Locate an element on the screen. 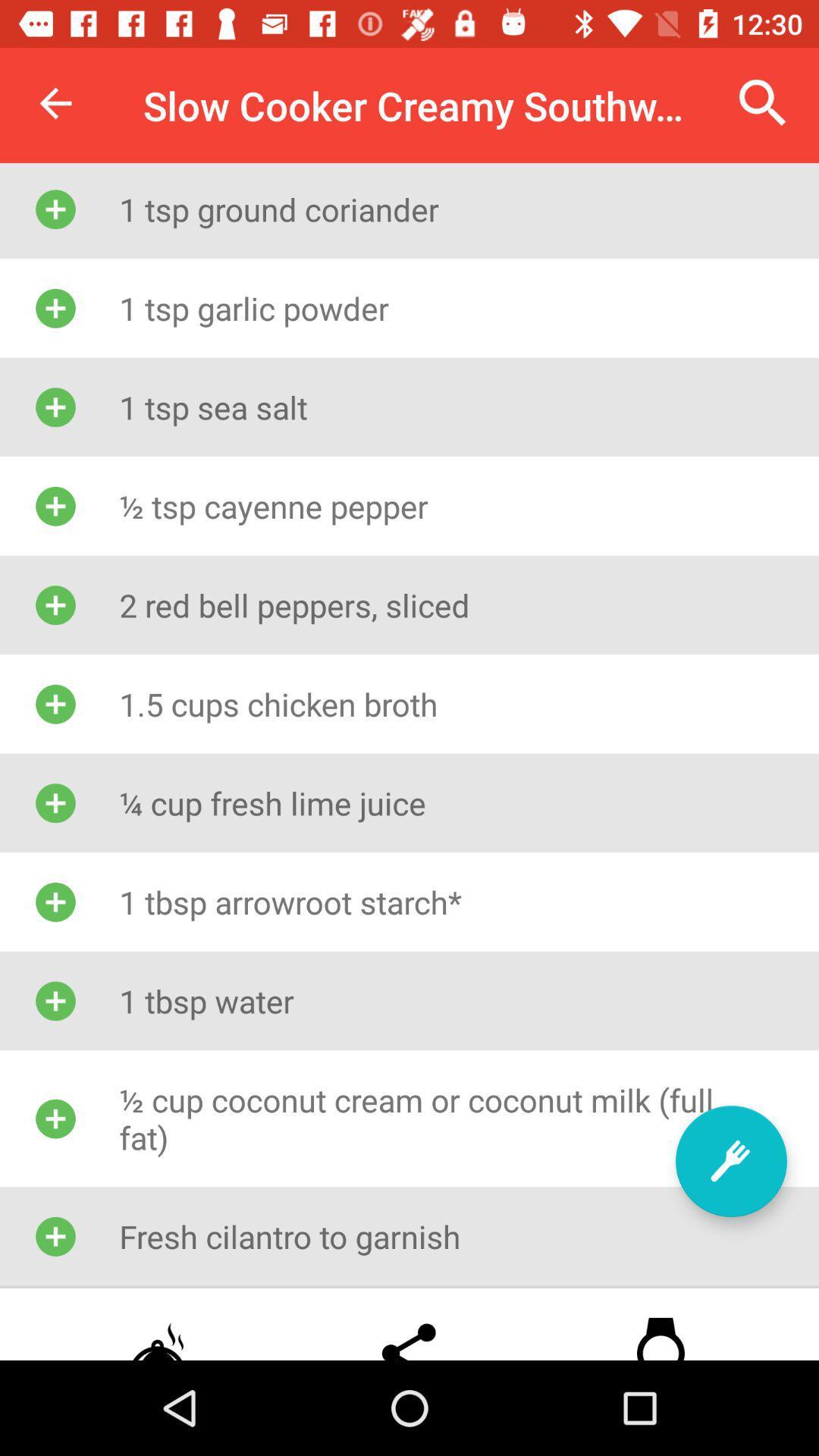  menu toggle is located at coordinates (730, 1160).